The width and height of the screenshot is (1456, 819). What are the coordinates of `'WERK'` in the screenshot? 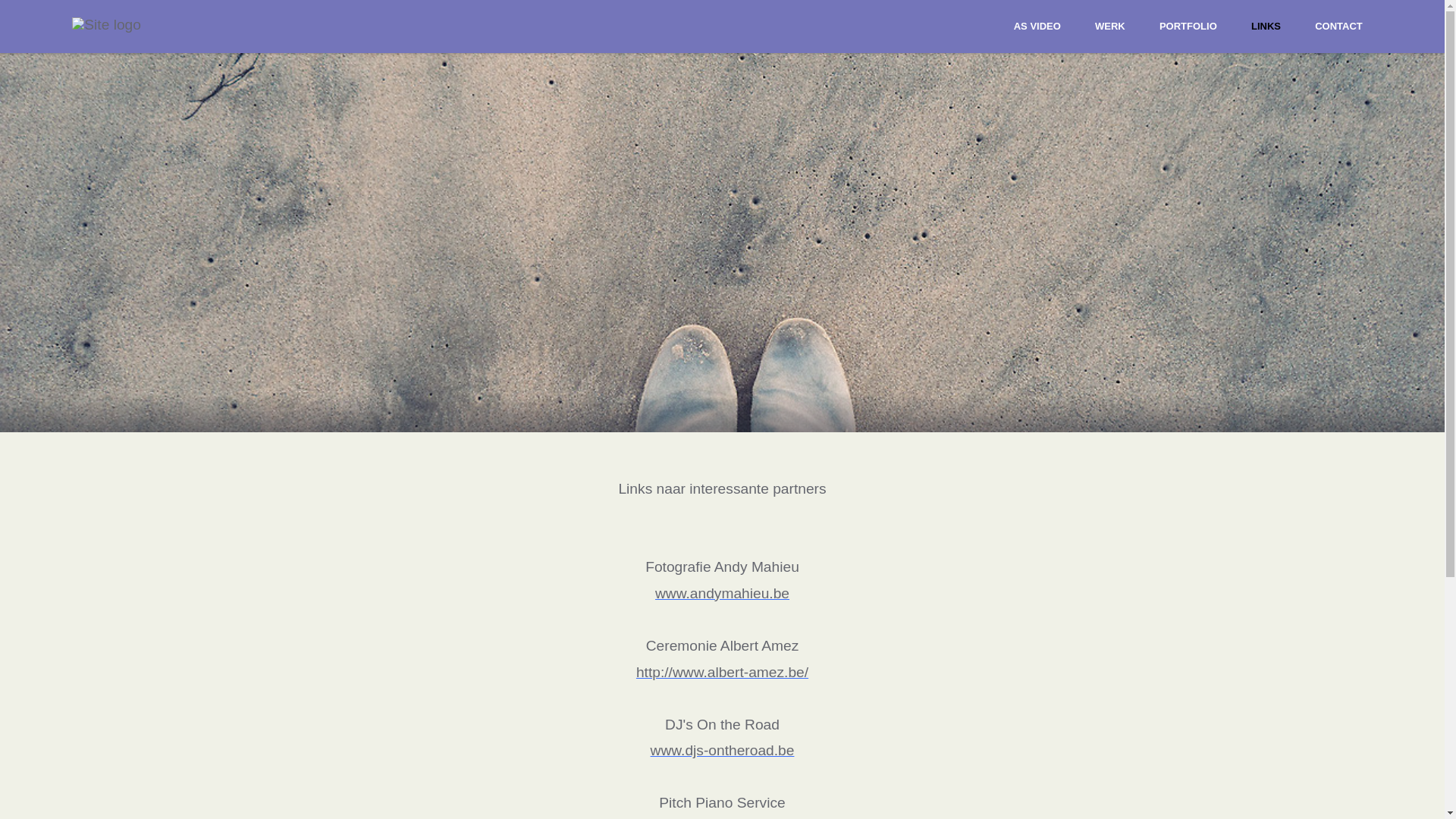 It's located at (1084, 26).